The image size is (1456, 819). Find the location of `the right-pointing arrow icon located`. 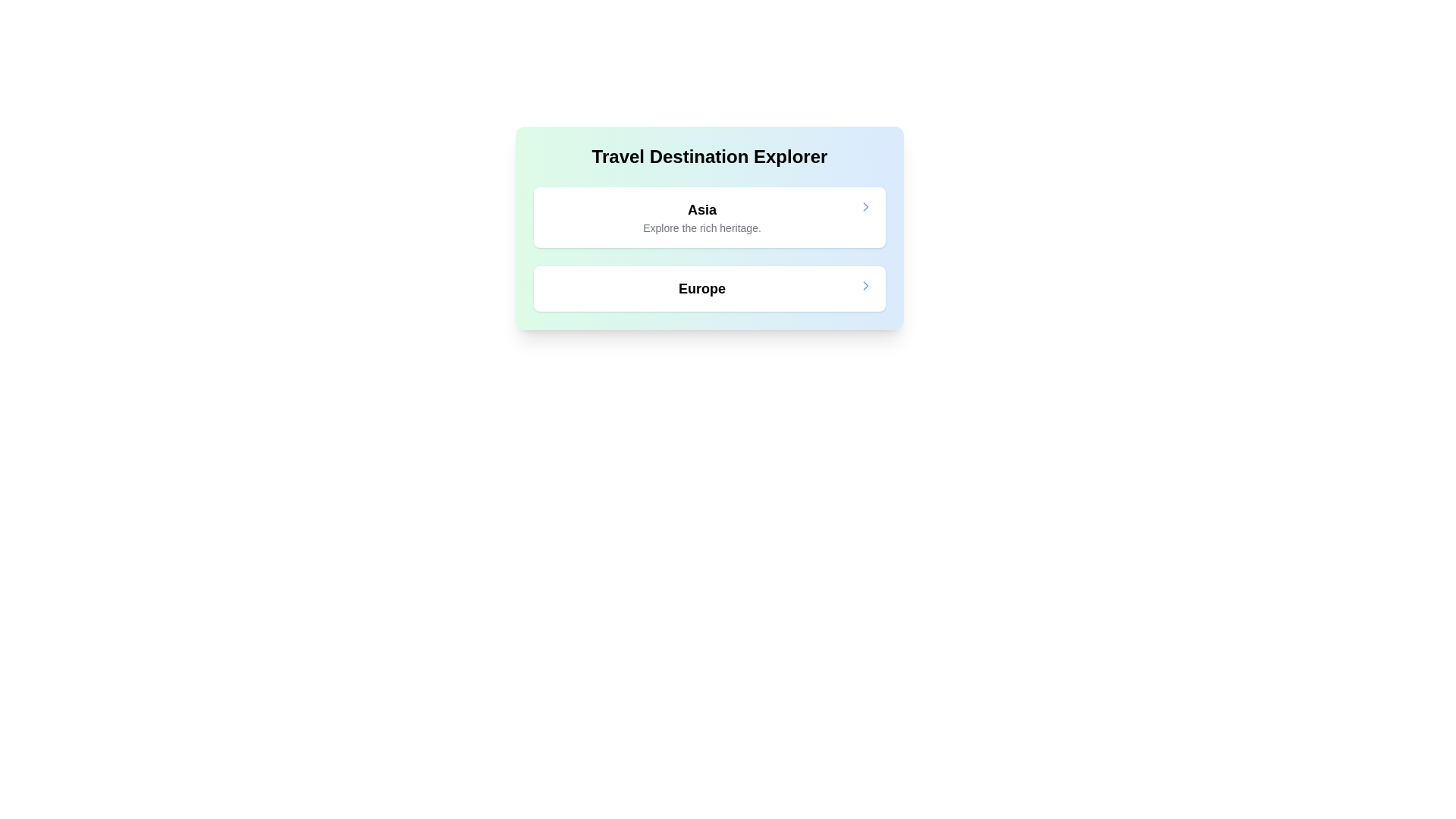

the right-pointing arrow icon located is located at coordinates (866, 286).